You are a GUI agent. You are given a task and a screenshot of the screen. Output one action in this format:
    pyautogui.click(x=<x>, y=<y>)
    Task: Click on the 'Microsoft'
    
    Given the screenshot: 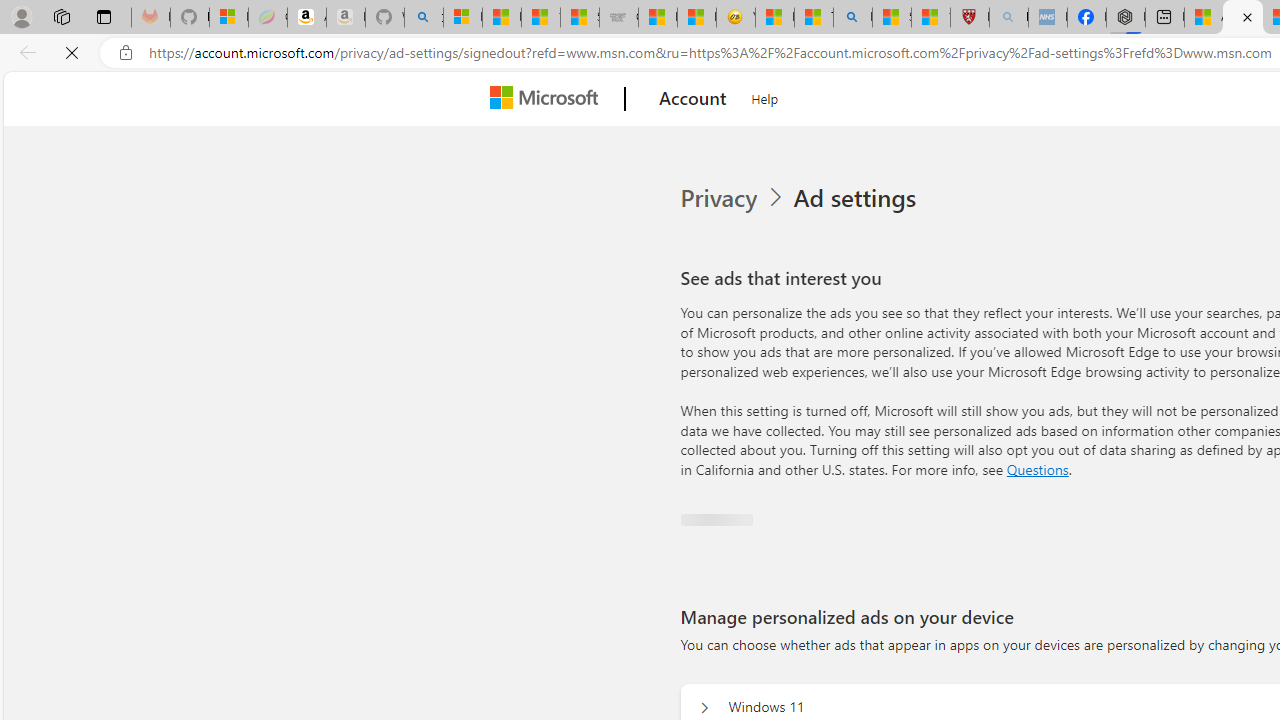 What is the action you would take?
    pyautogui.click(x=548, y=99)
    